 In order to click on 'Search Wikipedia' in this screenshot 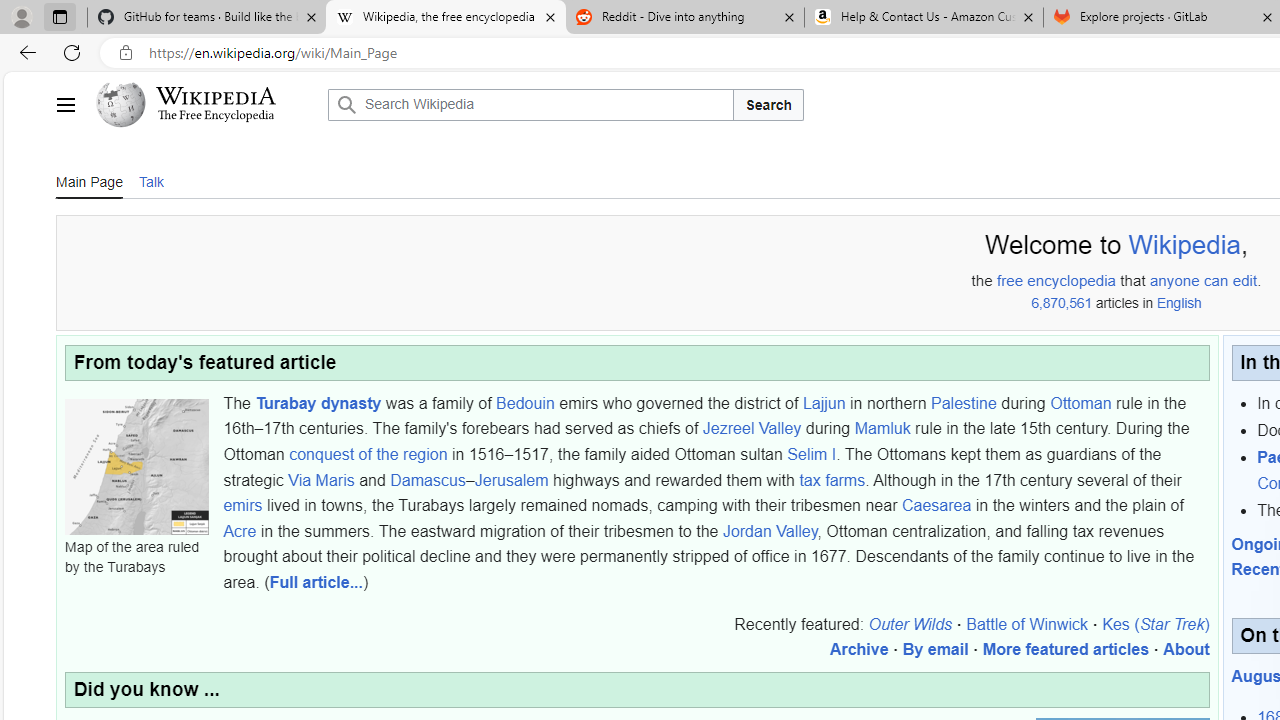, I will do `click(531, 105)`.